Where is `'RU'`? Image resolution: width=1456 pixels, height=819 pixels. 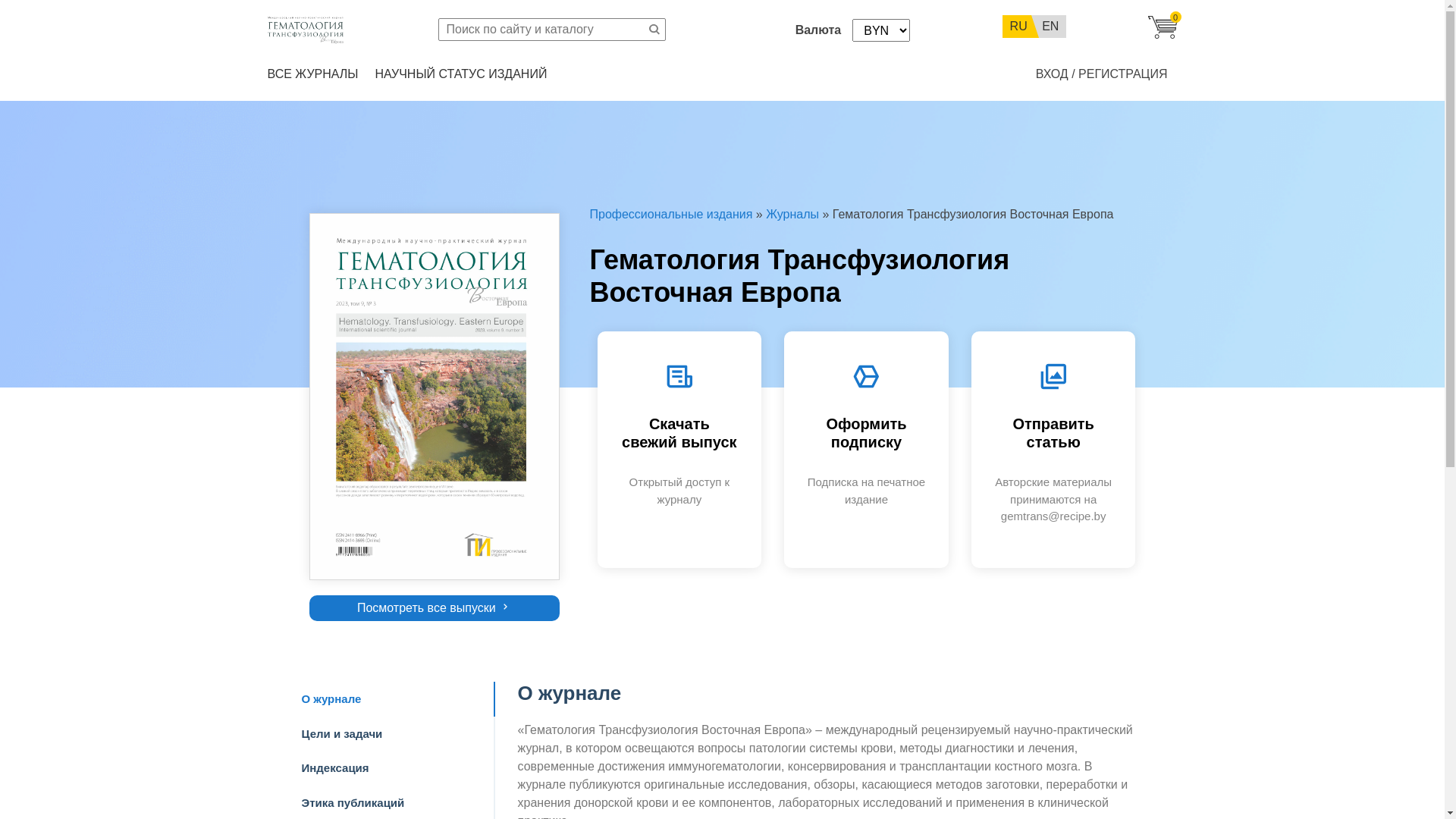 'RU' is located at coordinates (1016, 26).